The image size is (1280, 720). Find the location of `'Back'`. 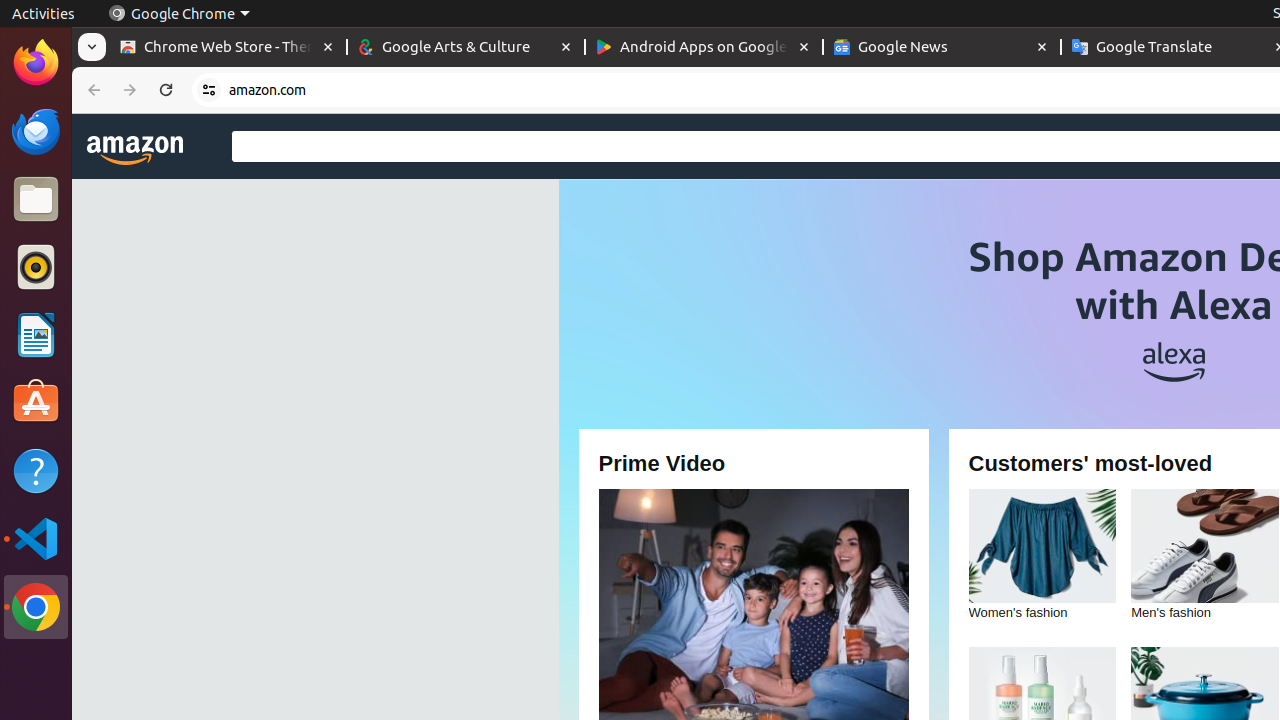

'Back' is located at coordinates (90, 90).